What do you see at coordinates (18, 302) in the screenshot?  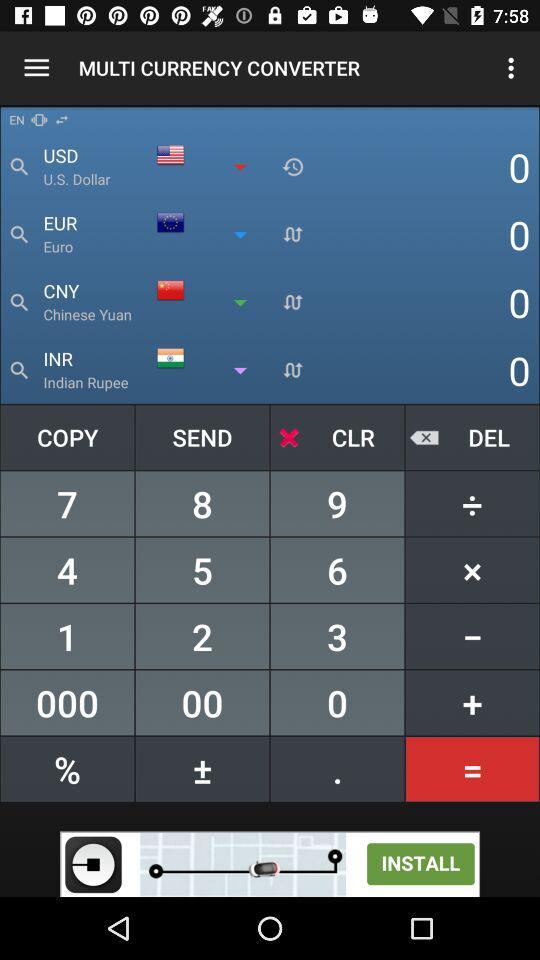 I see `the search icon` at bounding box center [18, 302].